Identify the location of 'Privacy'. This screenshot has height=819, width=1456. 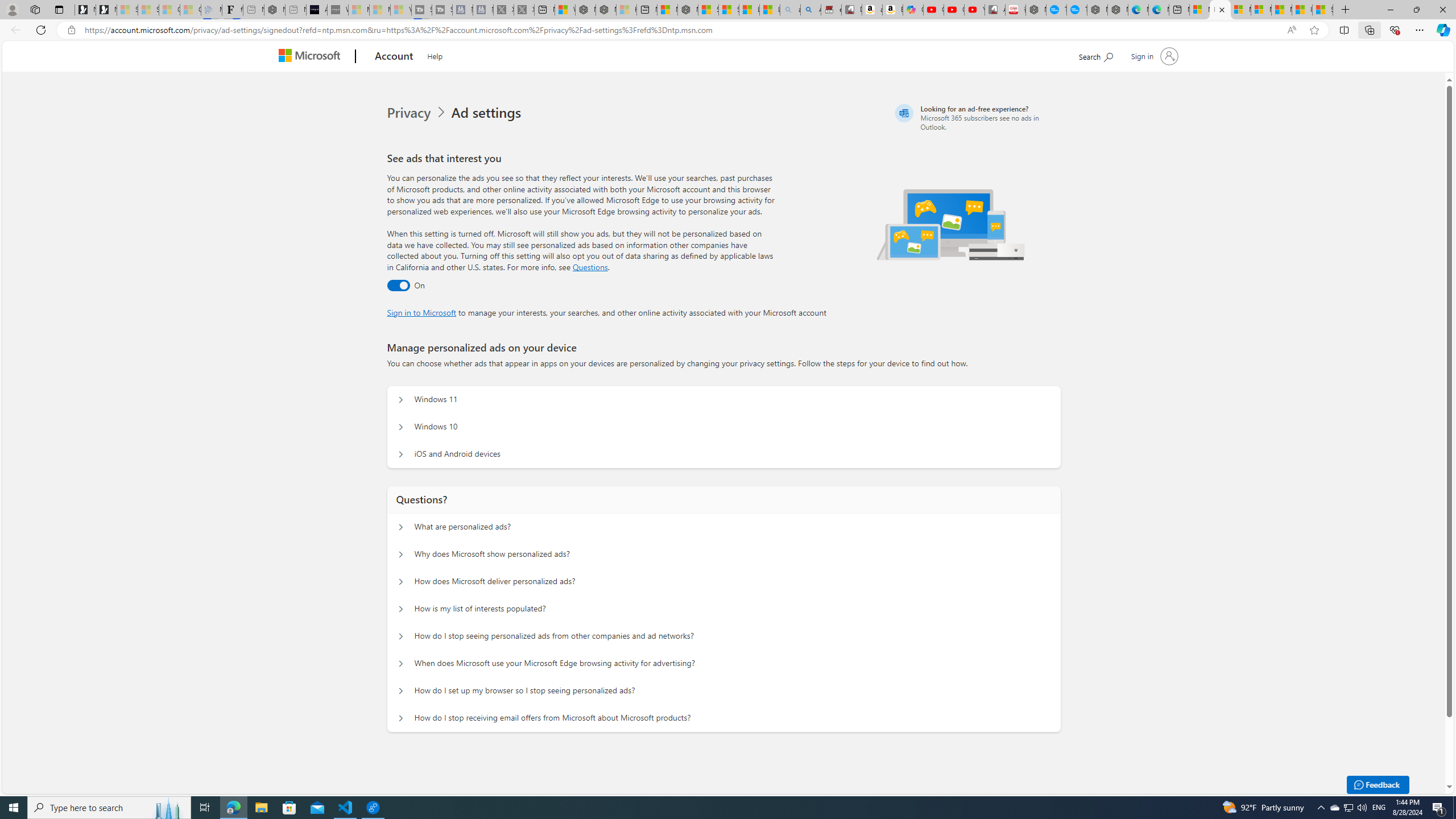
(410, 113).